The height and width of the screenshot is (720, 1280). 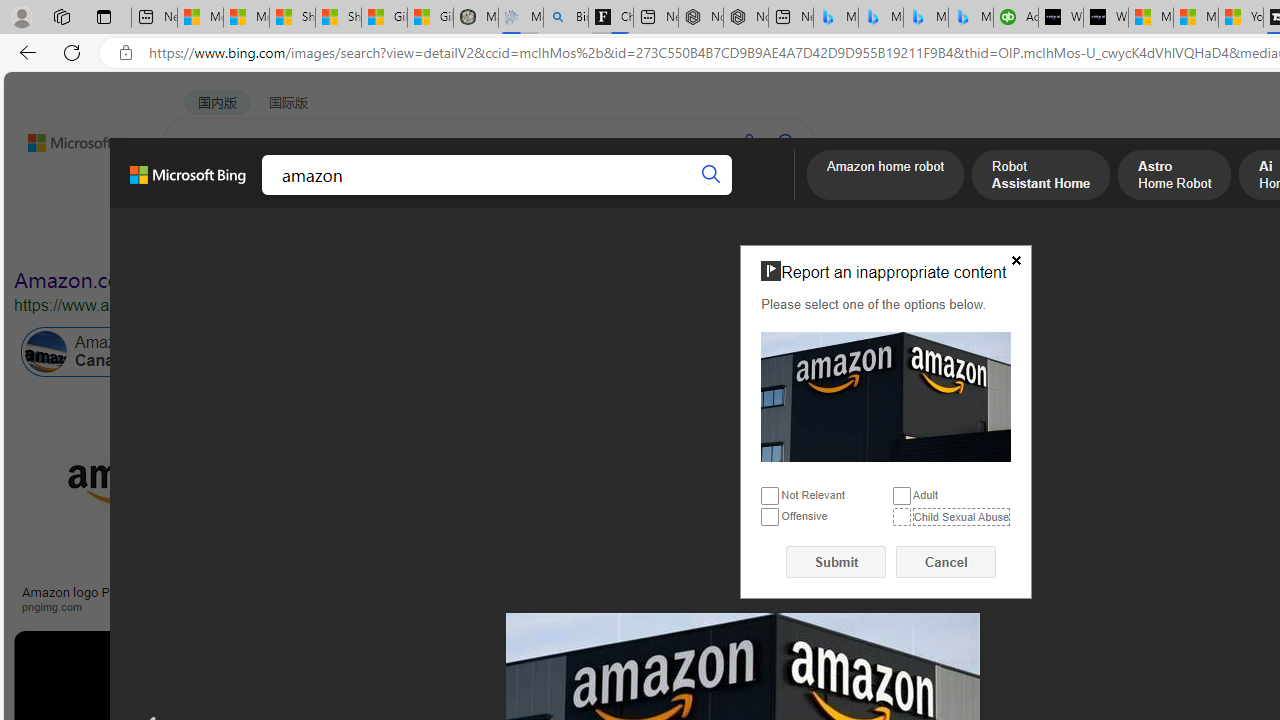 I want to click on 'Color', so click(x=304, y=236).